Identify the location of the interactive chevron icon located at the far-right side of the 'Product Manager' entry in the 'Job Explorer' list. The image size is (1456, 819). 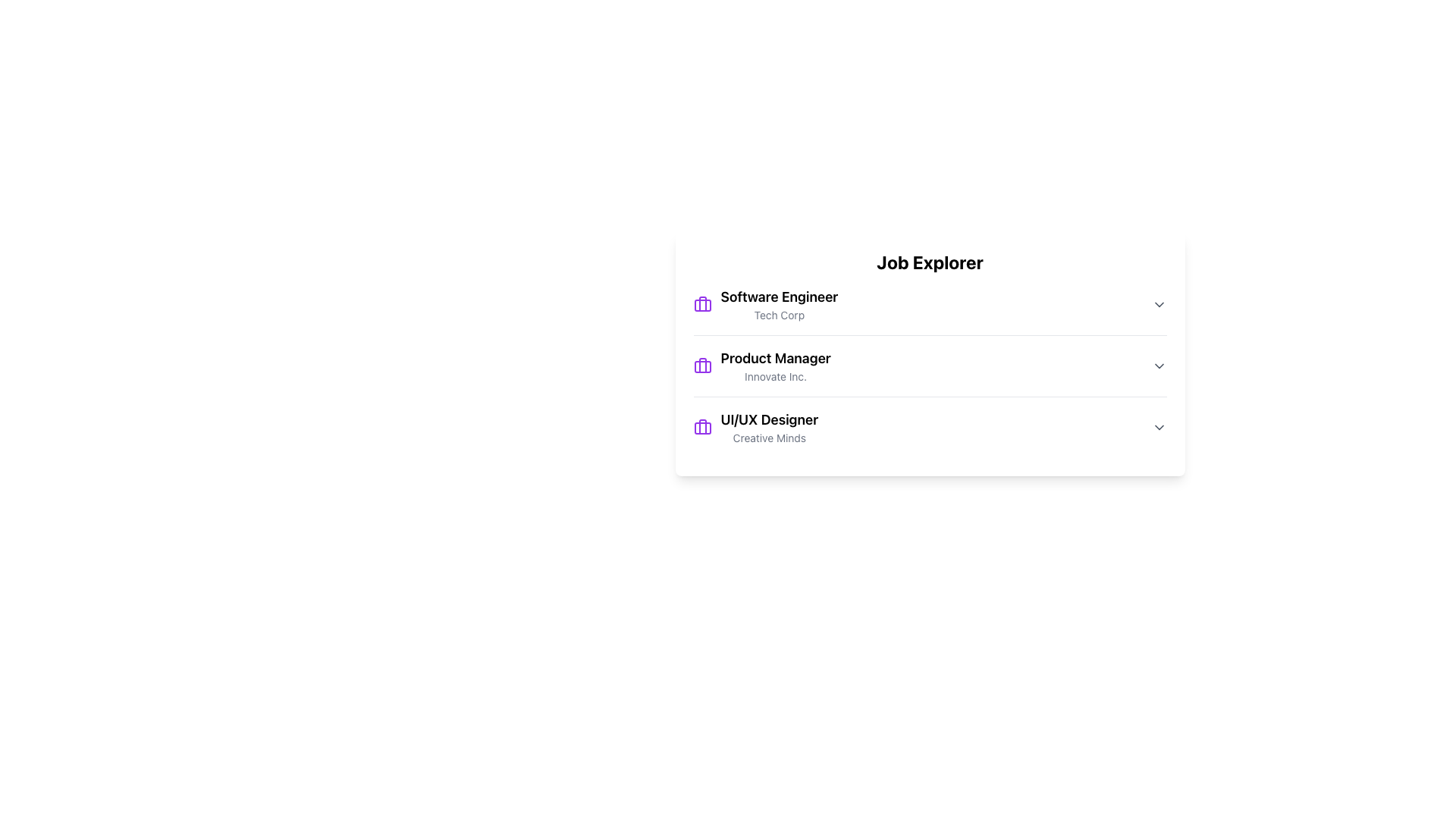
(1158, 366).